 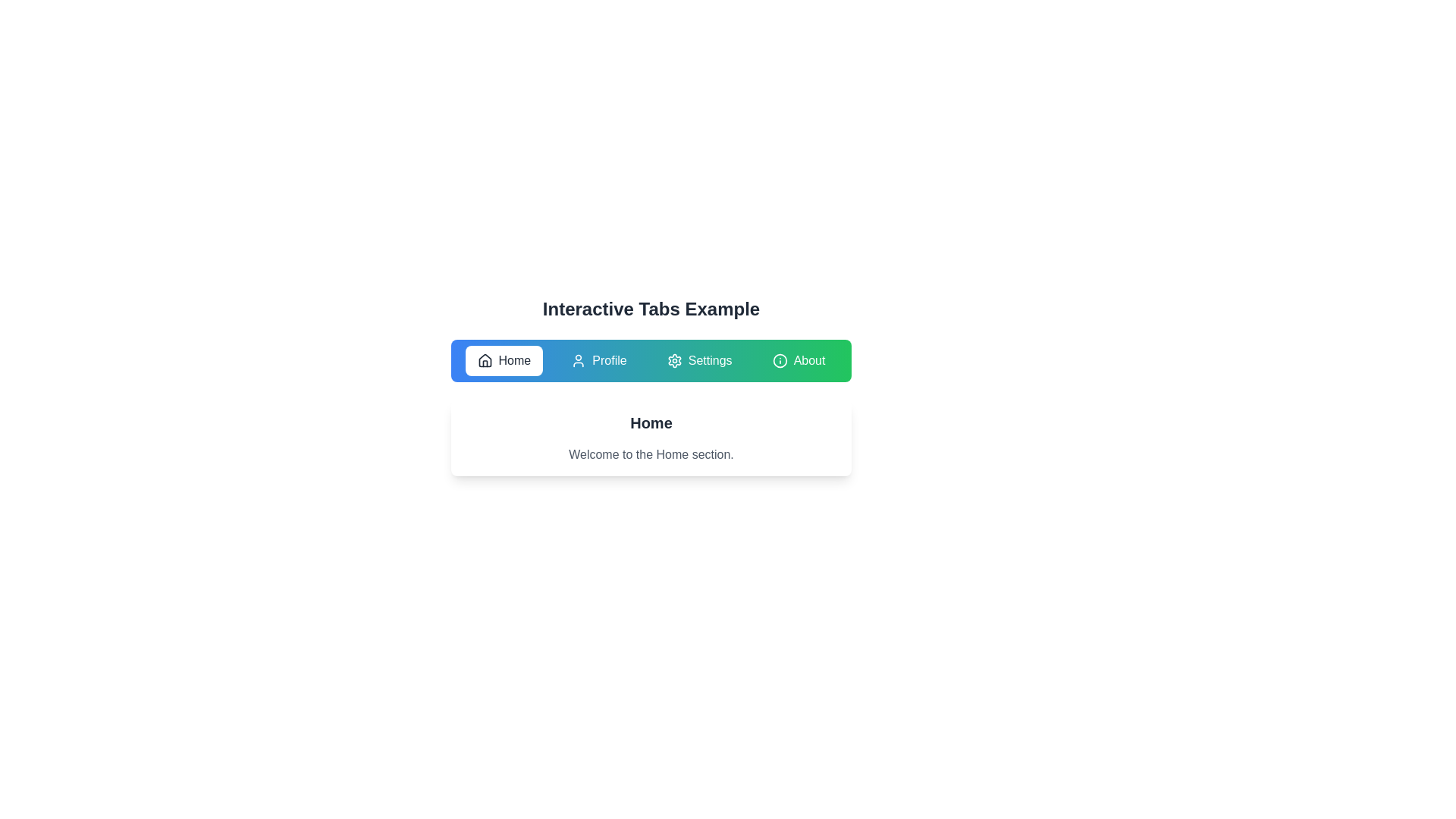 What do you see at coordinates (798, 360) in the screenshot?
I see `the About tab to navigate to its section` at bounding box center [798, 360].